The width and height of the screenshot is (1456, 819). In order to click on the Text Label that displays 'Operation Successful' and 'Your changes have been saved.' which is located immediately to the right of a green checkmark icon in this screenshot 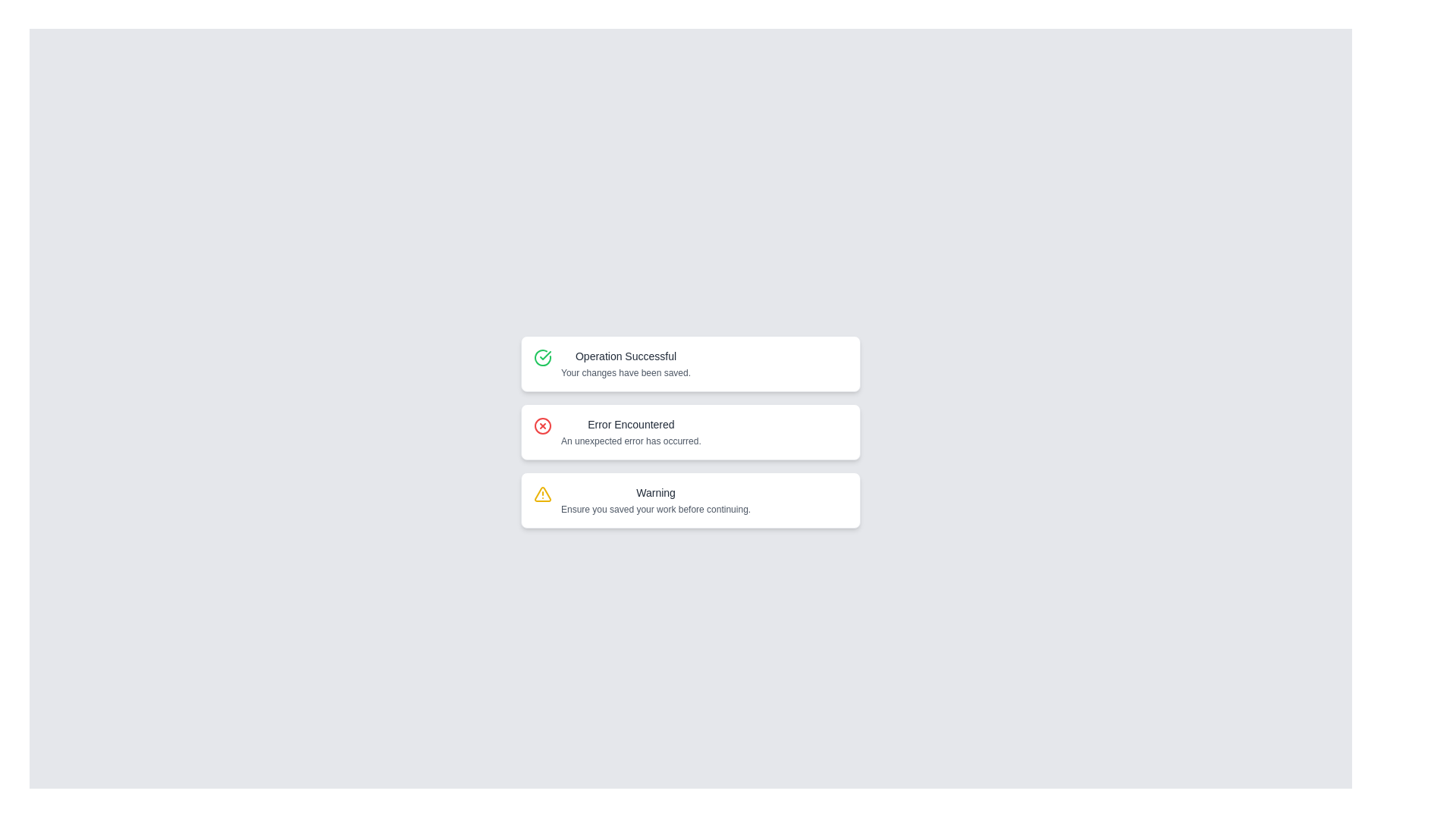, I will do `click(626, 363)`.